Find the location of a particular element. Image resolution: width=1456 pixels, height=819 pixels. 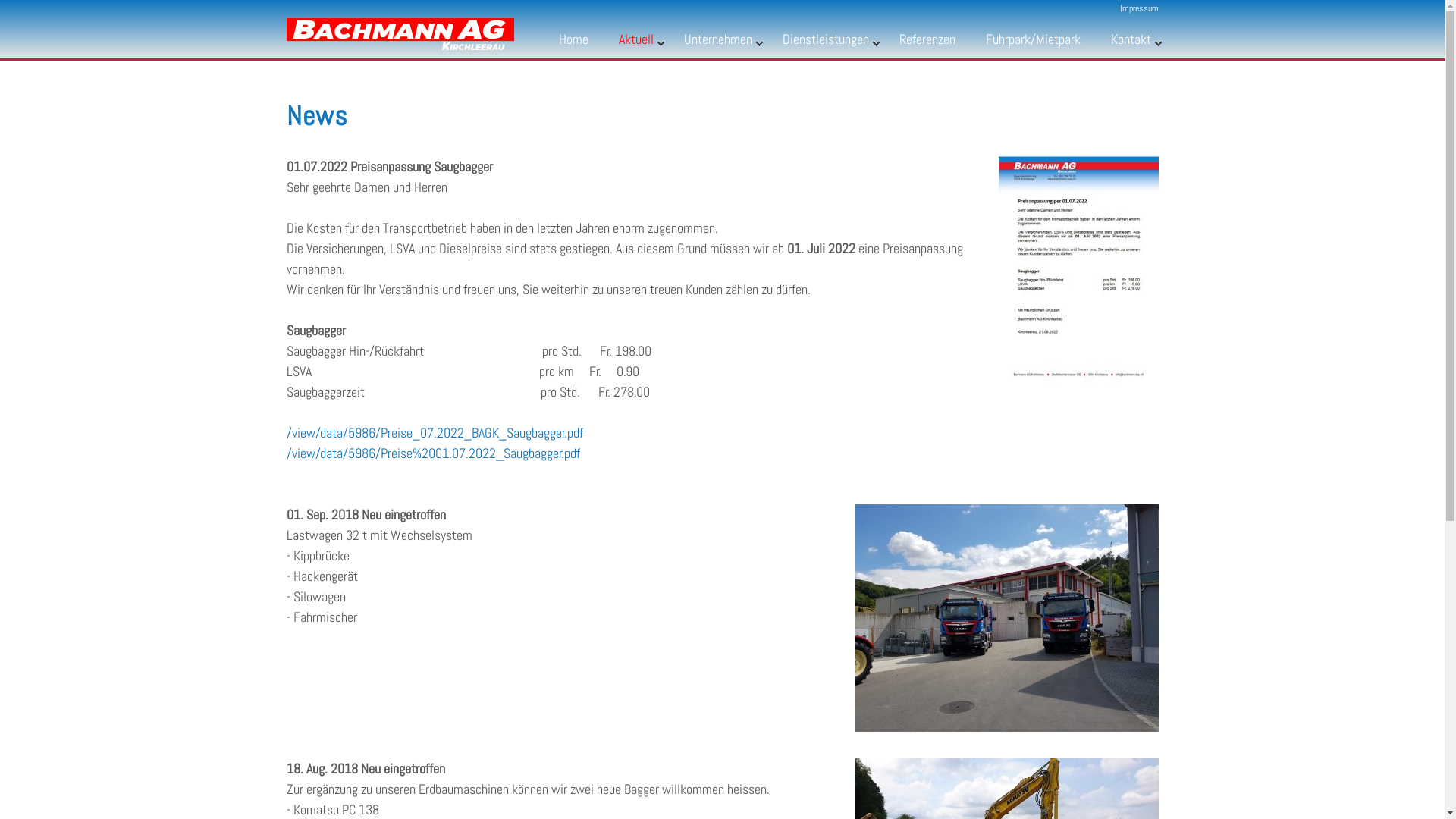

'Impressum' is located at coordinates (1138, 8).